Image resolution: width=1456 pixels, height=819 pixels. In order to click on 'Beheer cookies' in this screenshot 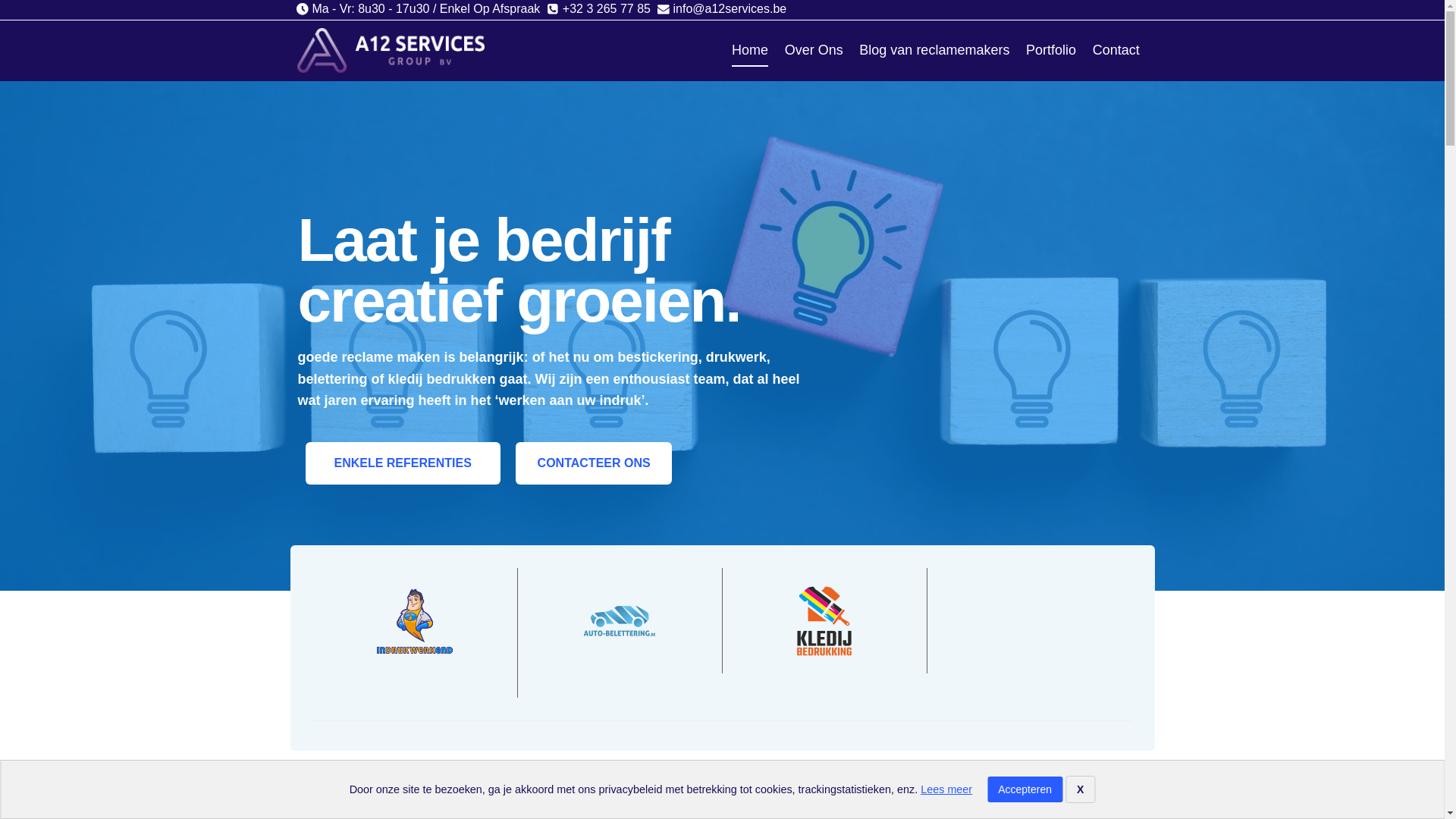, I will do `click(61, 789)`.